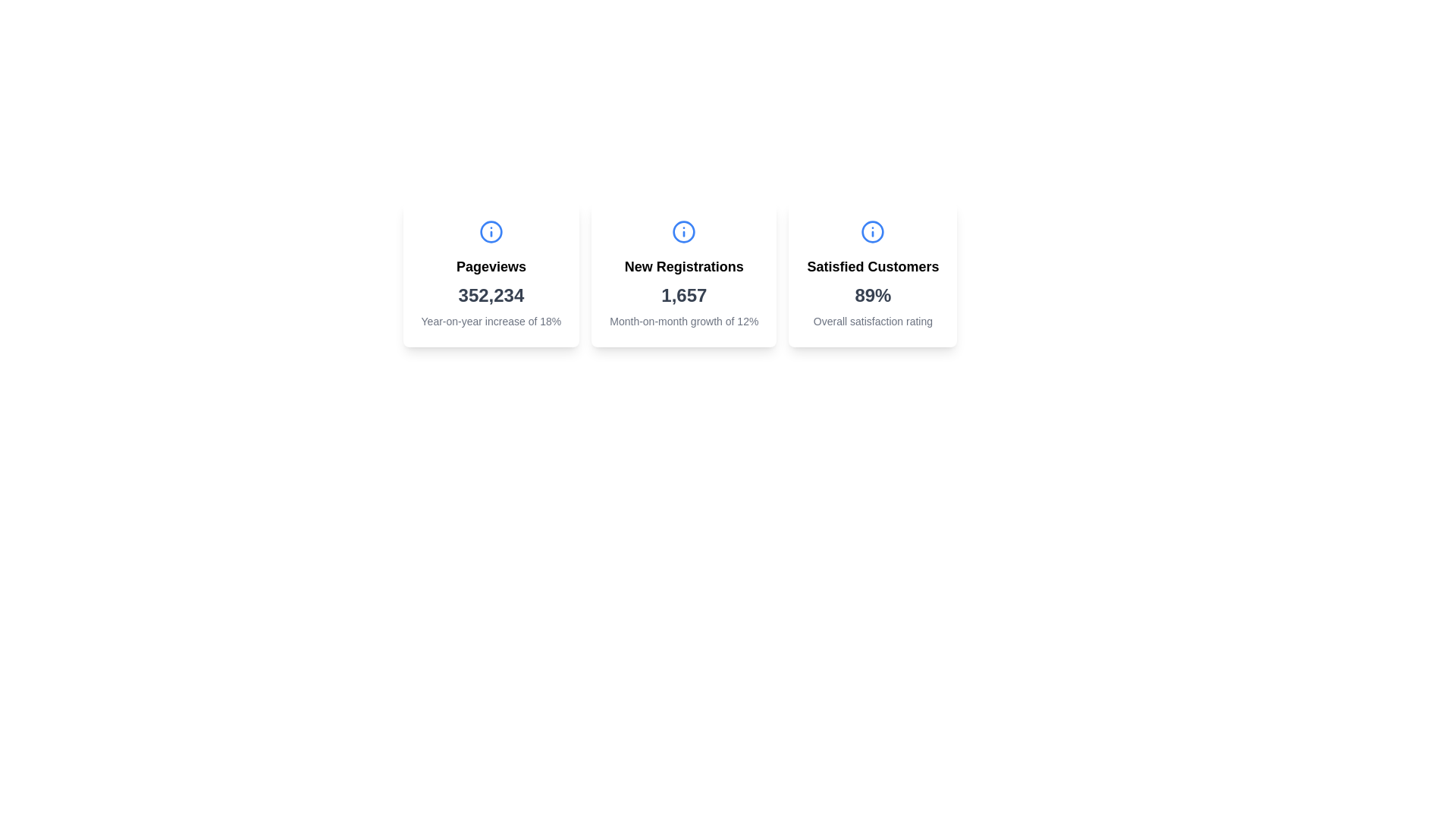 This screenshot has height=819, width=1456. Describe the element at coordinates (873, 265) in the screenshot. I see `the bold text label reading 'Satisfied Customers' located in the upper section of the satisfaction metrics card` at that location.